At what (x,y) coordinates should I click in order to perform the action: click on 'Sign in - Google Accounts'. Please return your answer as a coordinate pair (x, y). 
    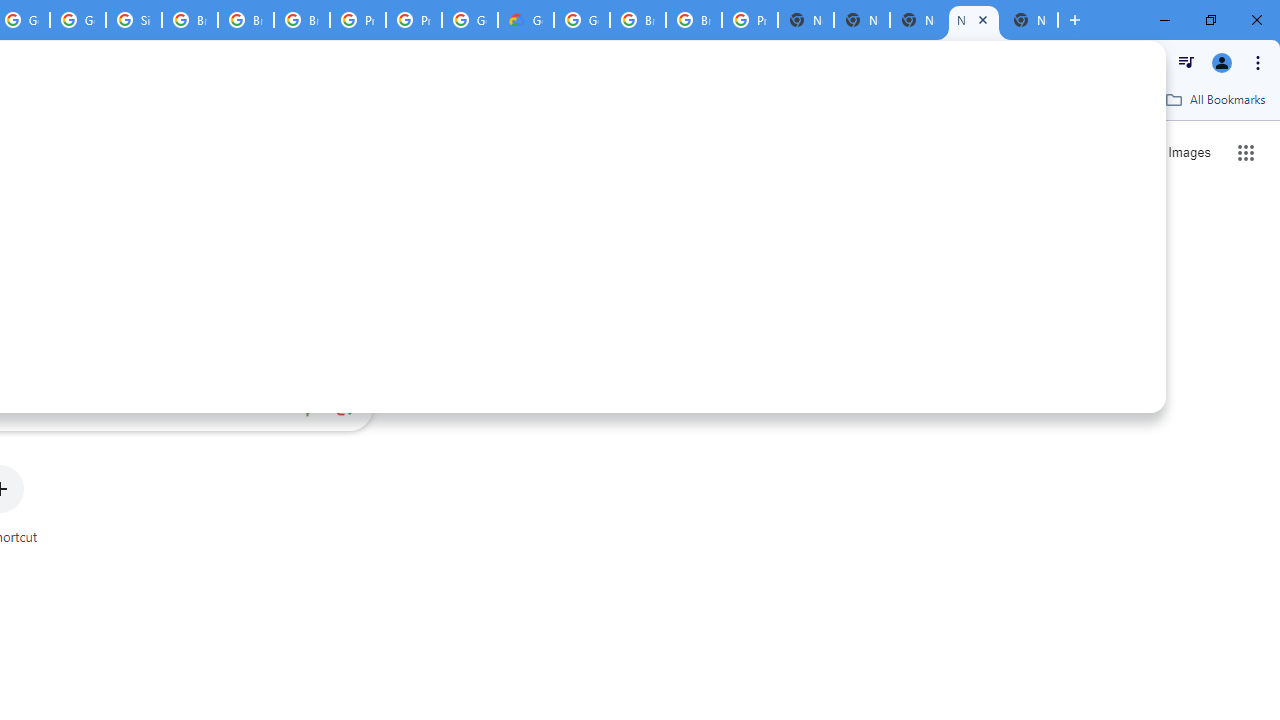
    Looking at the image, I should click on (133, 20).